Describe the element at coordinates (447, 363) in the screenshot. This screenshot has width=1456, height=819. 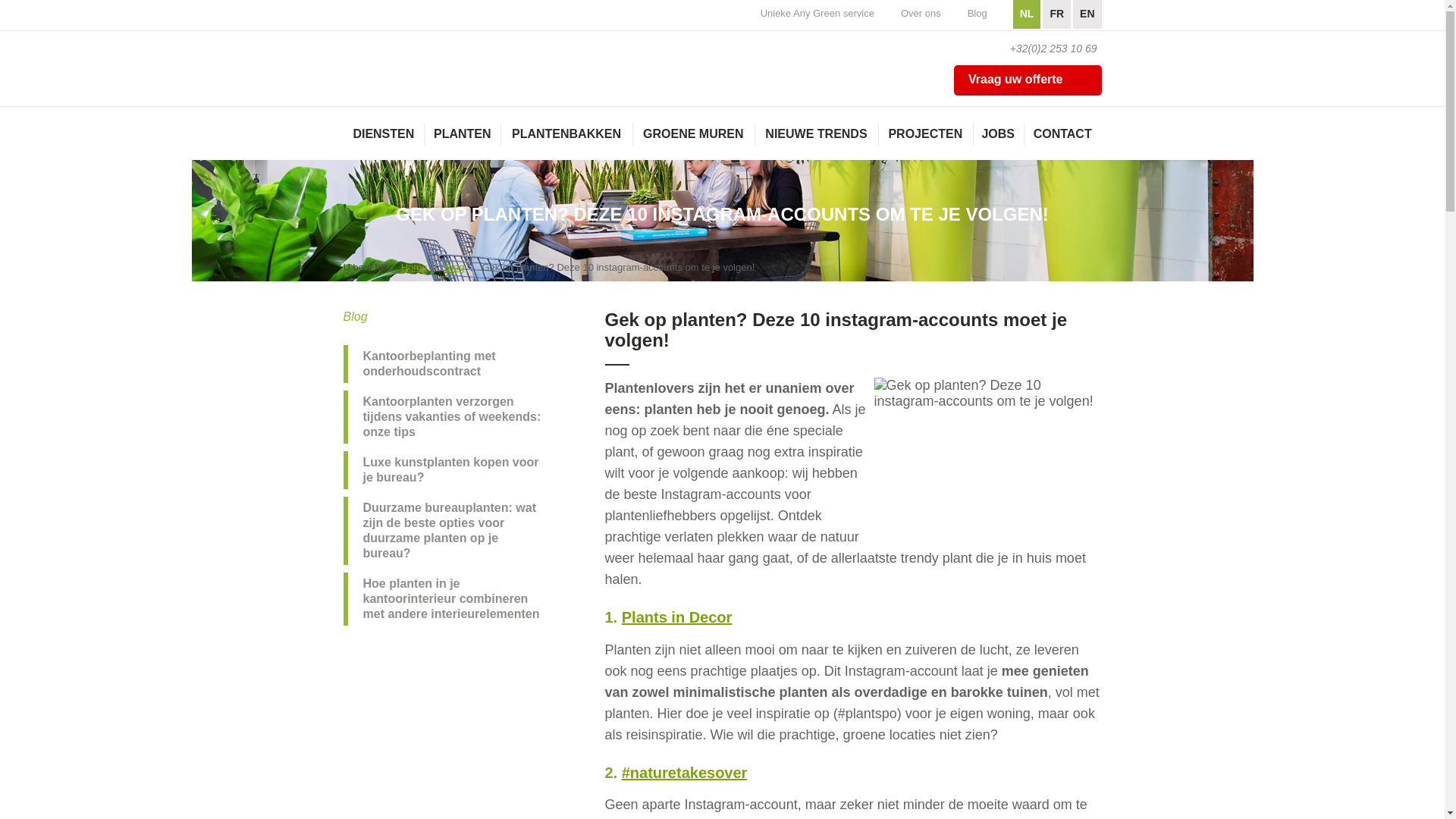
I see `'Kantoorbeplanting met onderhoudscontract'` at that location.